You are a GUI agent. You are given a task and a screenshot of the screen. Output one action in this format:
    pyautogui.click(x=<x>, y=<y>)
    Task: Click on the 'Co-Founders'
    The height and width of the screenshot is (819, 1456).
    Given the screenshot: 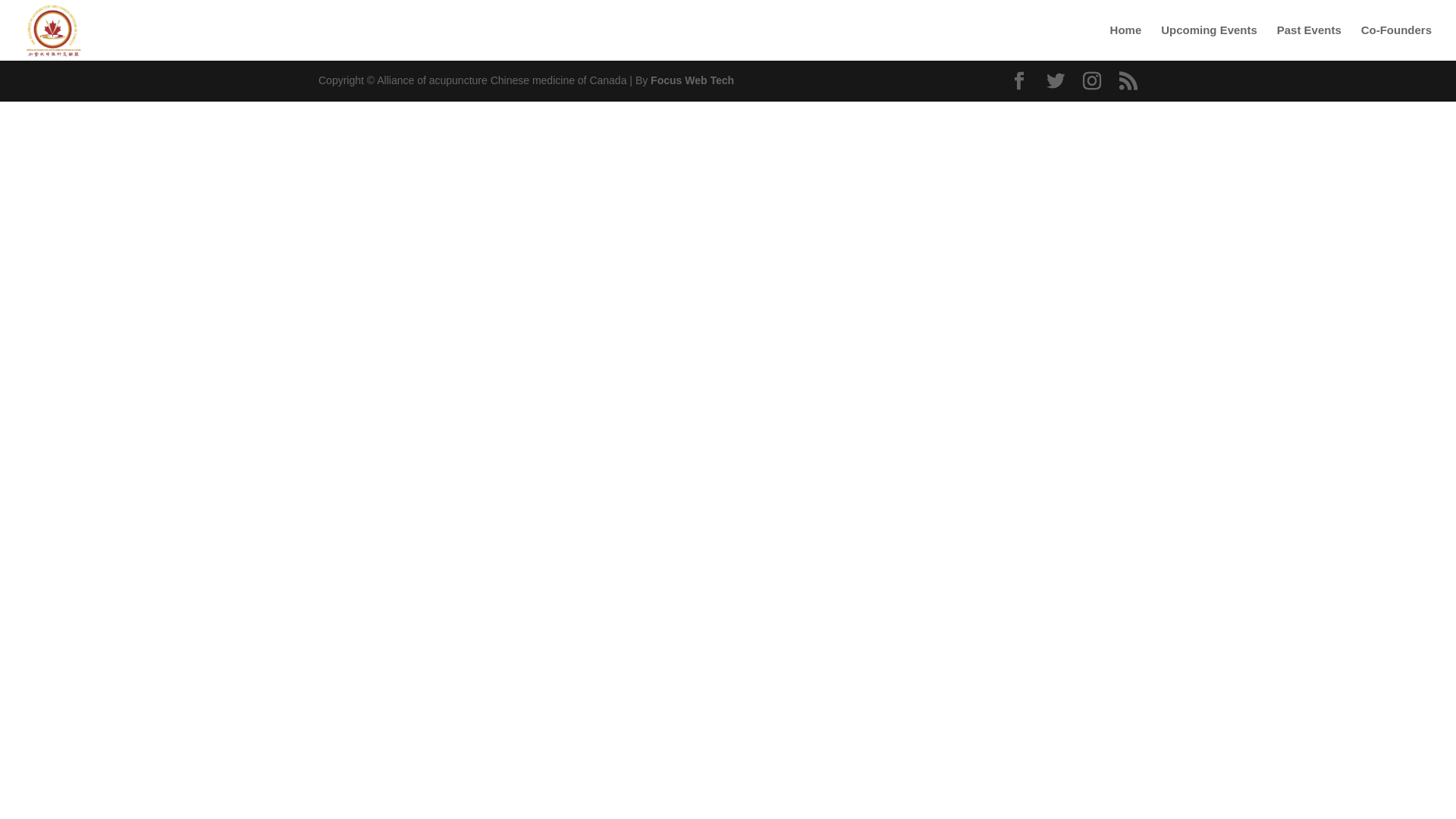 What is the action you would take?
    pyautogui.click(x=1395, y=42)
    